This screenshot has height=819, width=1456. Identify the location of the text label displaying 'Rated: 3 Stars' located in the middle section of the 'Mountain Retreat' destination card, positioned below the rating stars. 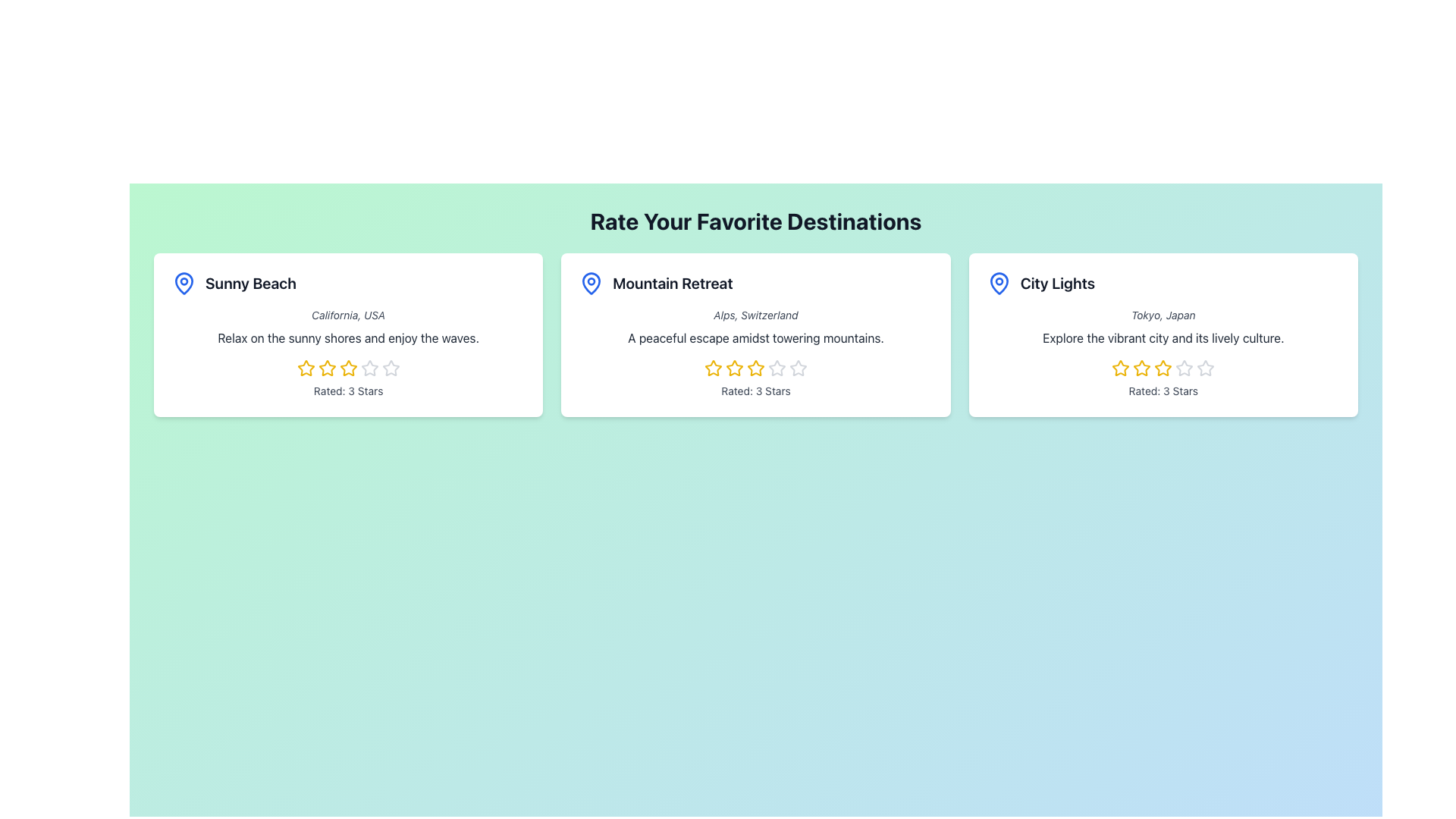
(756, 391).